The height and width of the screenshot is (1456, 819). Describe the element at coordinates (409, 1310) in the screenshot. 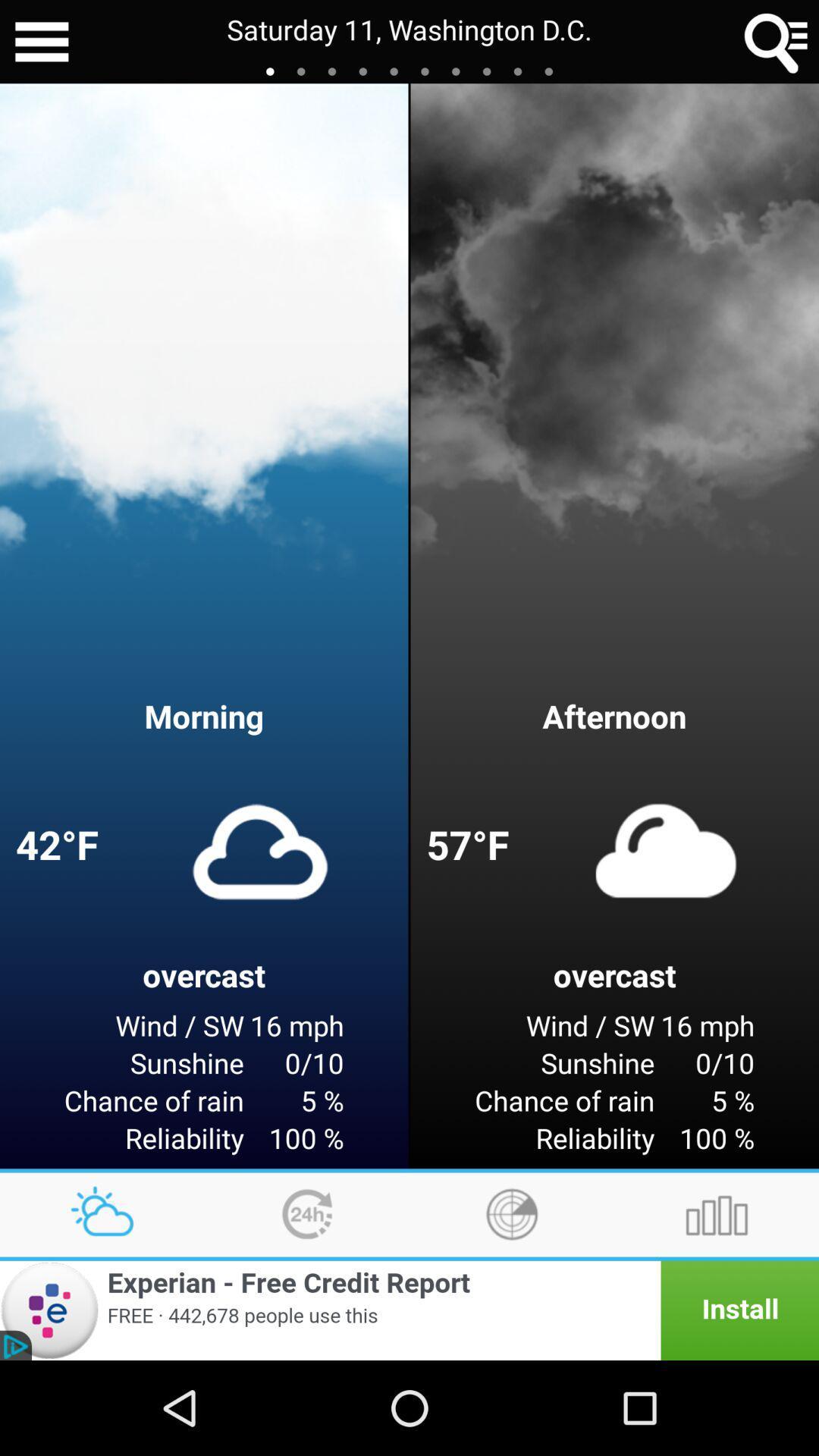

I see `open the advertisement` at that location.